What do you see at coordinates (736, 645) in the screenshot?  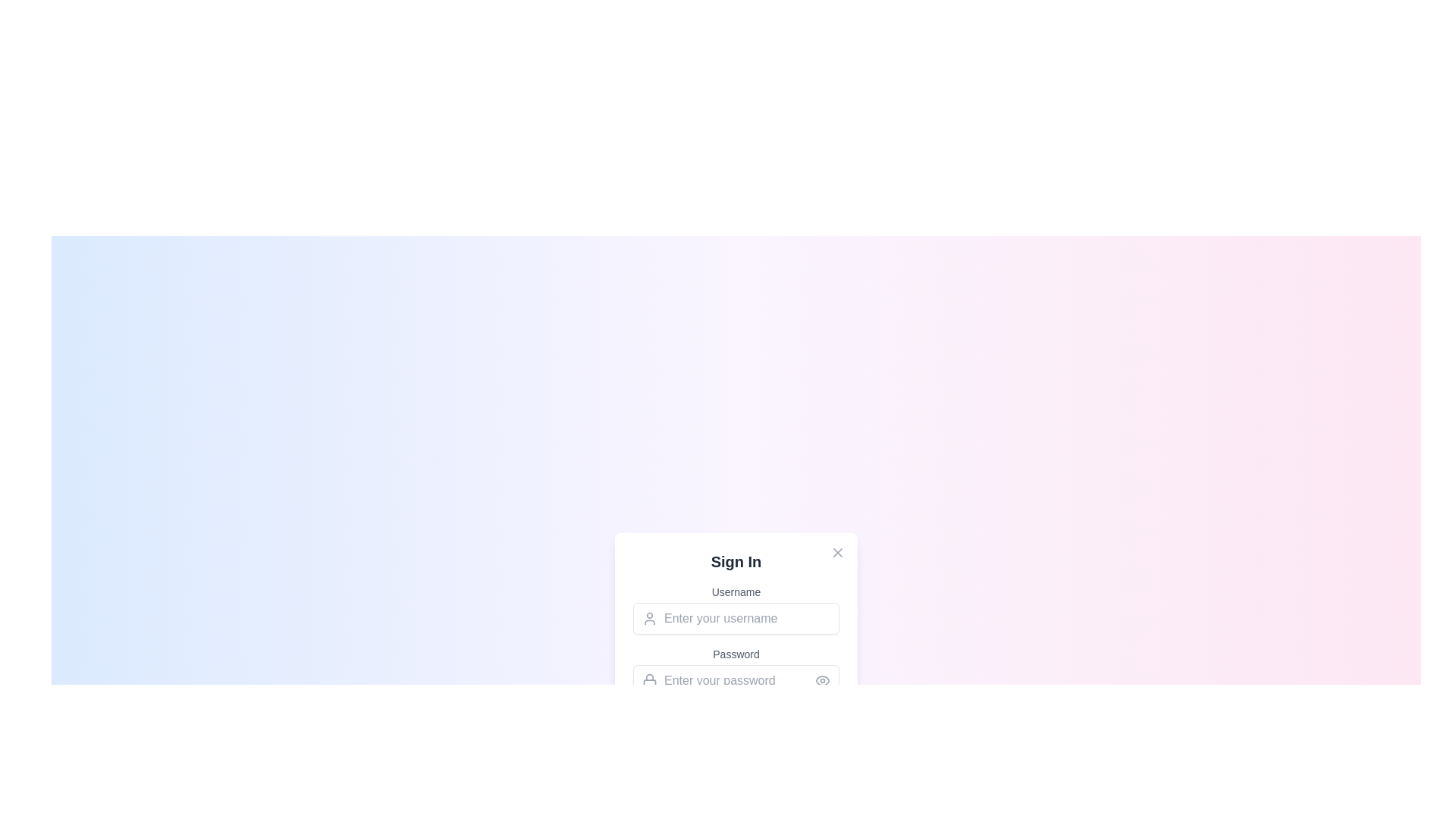 I see `the label that provides a descriptive title for the password input field, located below the 'Username' label and input field, centered horizontally within a card-like sign-in form element` at bounding box center [736, 645].